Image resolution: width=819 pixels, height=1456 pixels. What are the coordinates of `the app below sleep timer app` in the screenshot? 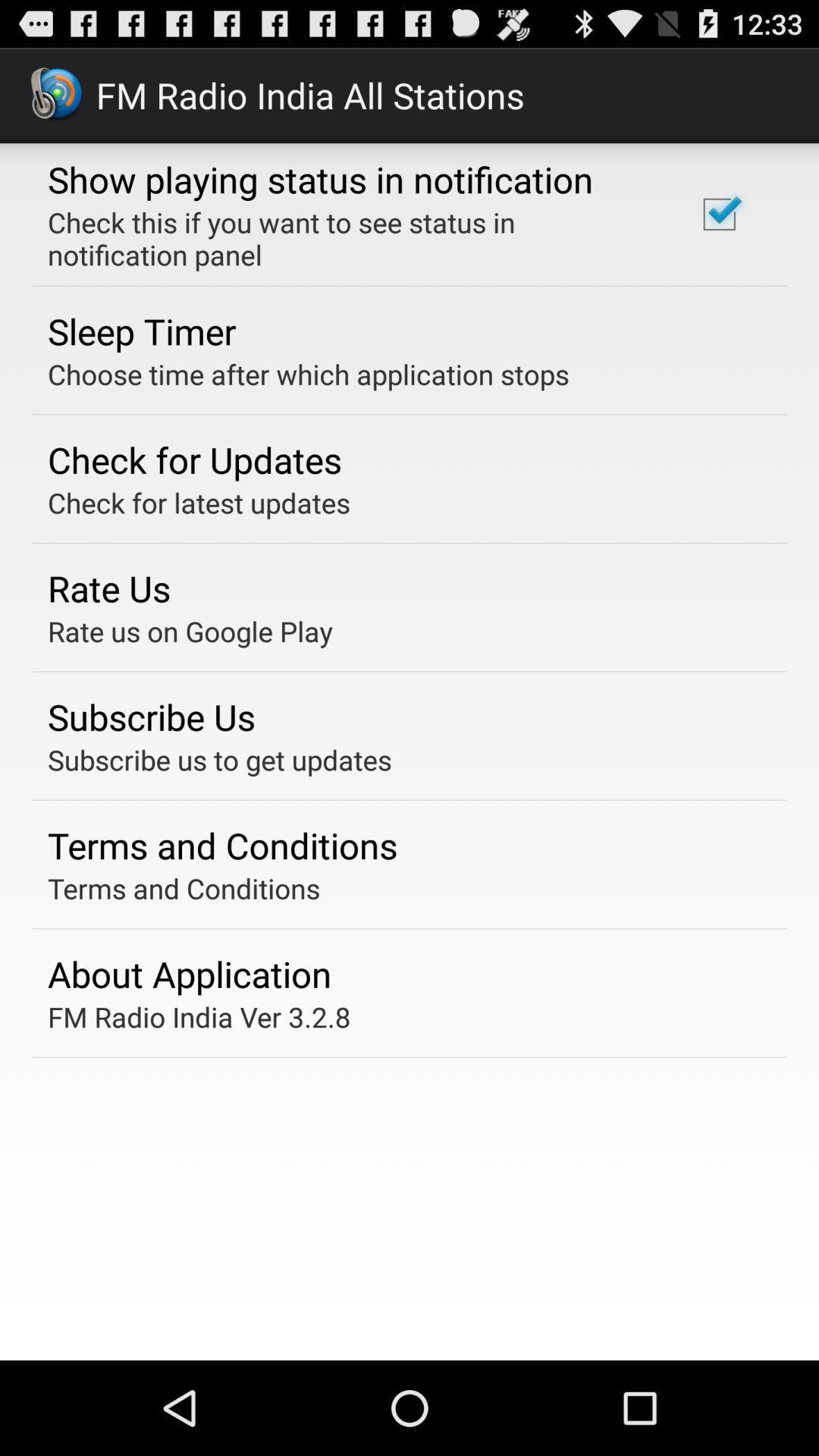 It's located at (307, 374).